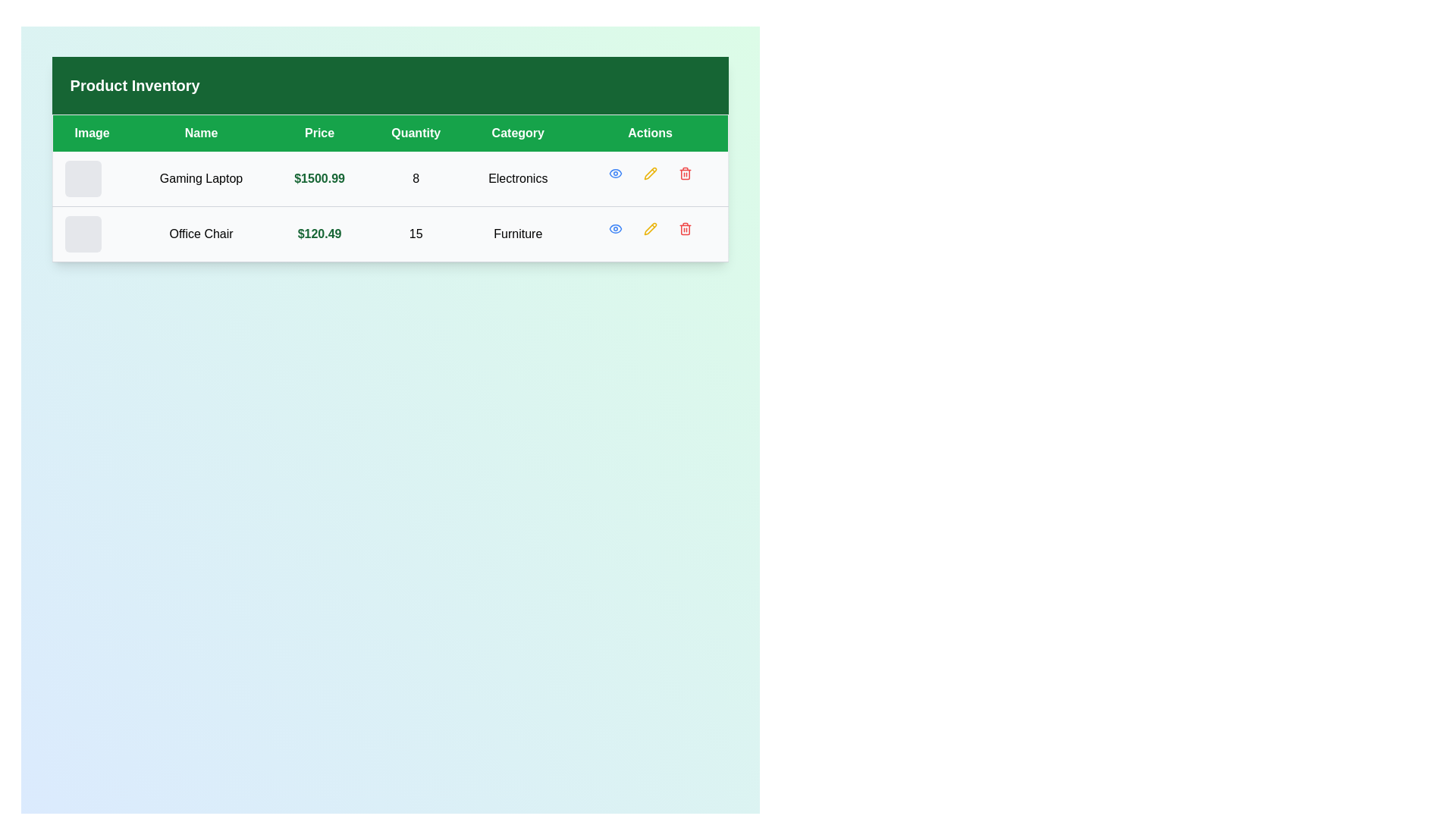  Describe the element at coordinates (416, 178) in the screenshot. I see `the 'Quantity' text label indicating the number of items available for the 'Gaming Laptop' product, located in the fourth column of the first row of the table` at that location.